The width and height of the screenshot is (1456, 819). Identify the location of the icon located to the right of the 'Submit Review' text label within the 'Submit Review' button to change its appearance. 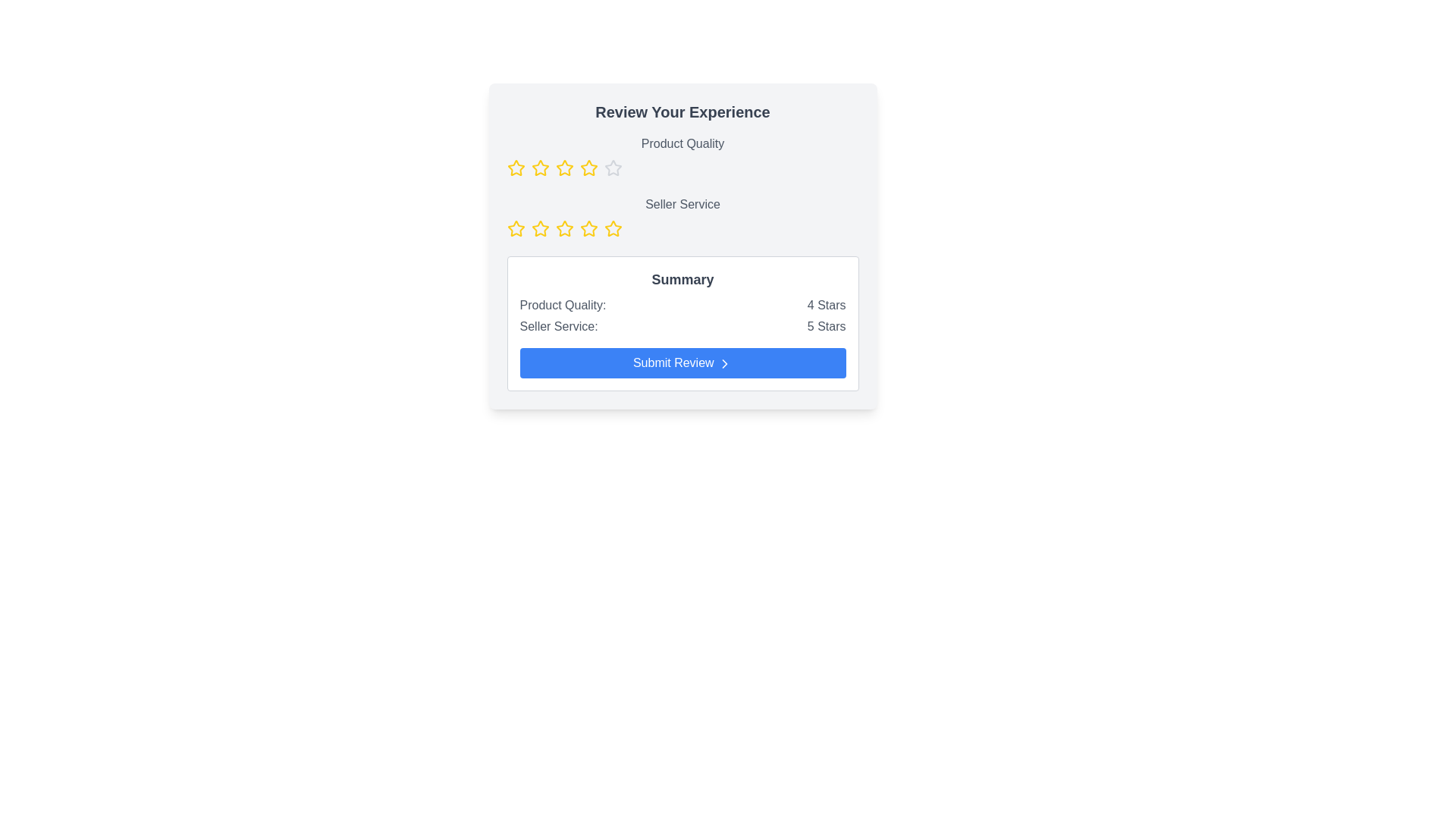
(724, 363).